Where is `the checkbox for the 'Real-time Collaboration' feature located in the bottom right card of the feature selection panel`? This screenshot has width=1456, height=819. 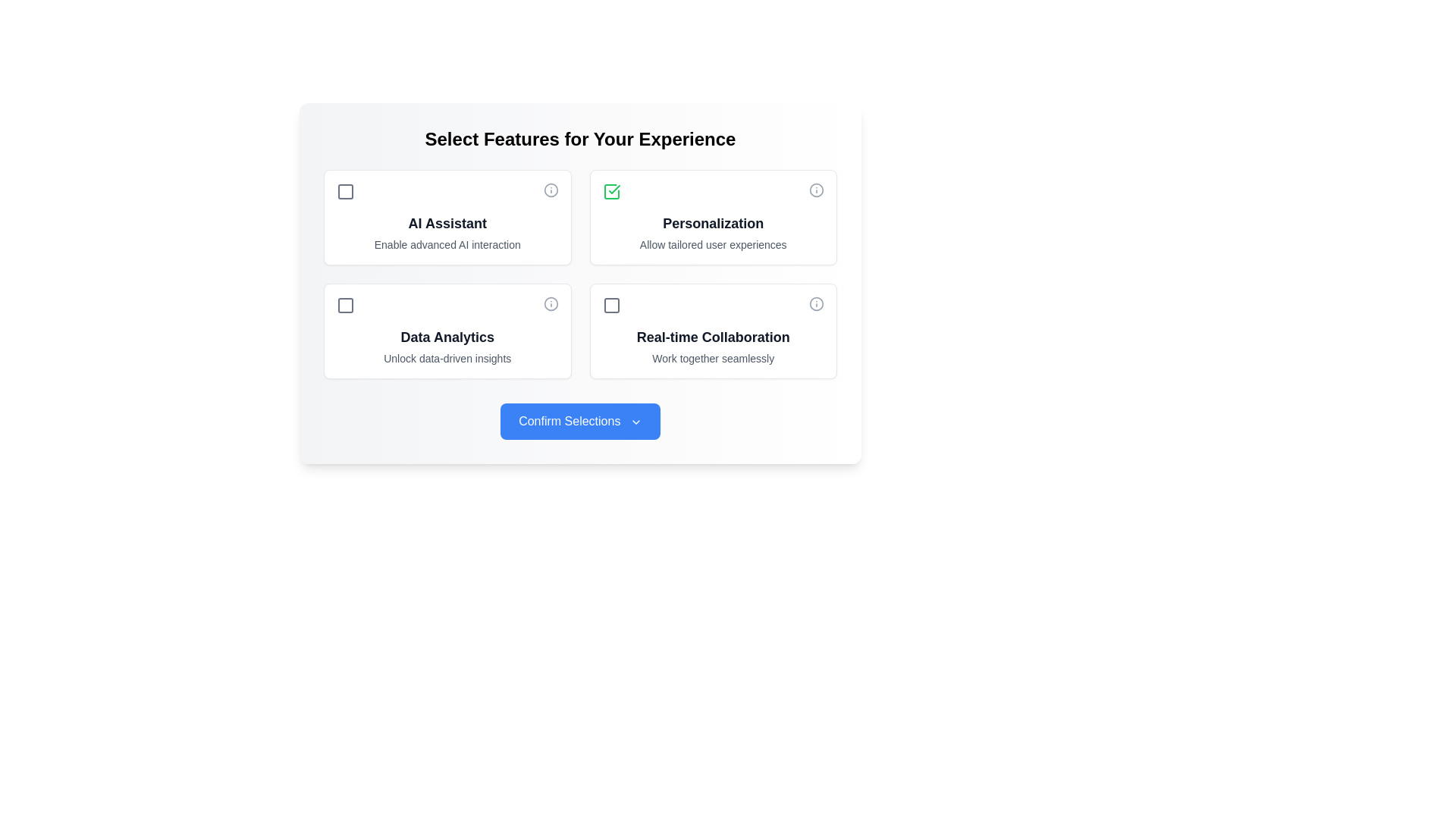
the checkbox for the 'Real-time Collaboration' feature located in the bottom right card of the feature selection panel is located at coordinates (611, 305).